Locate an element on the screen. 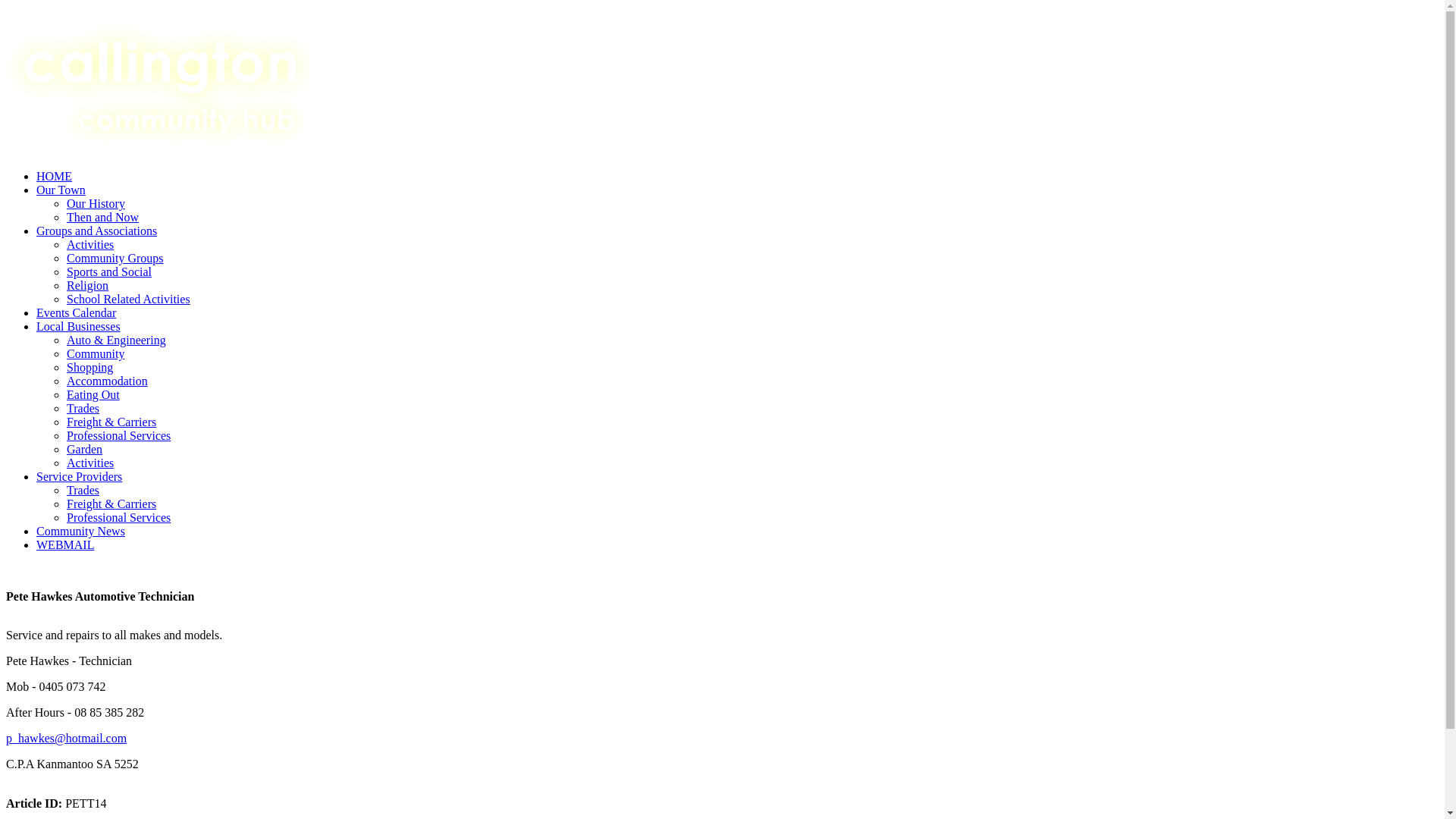  'Garden' is located at coordinates (65, 448).